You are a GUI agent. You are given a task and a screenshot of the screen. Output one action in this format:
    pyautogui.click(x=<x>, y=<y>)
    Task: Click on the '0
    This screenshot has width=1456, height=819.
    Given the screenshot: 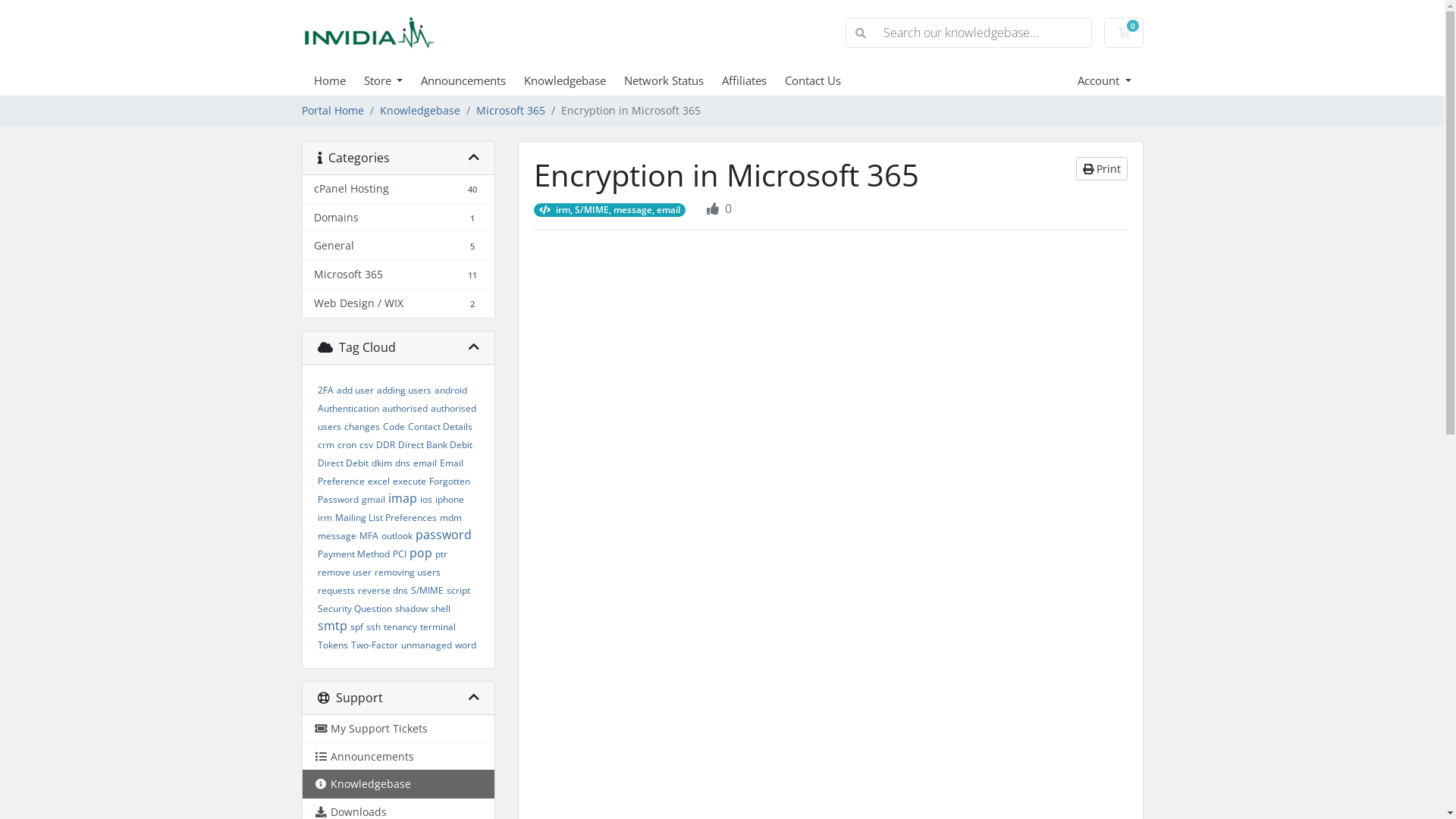 What is the action you would take?
    pyautogui.click(x=1124, y=32)
    